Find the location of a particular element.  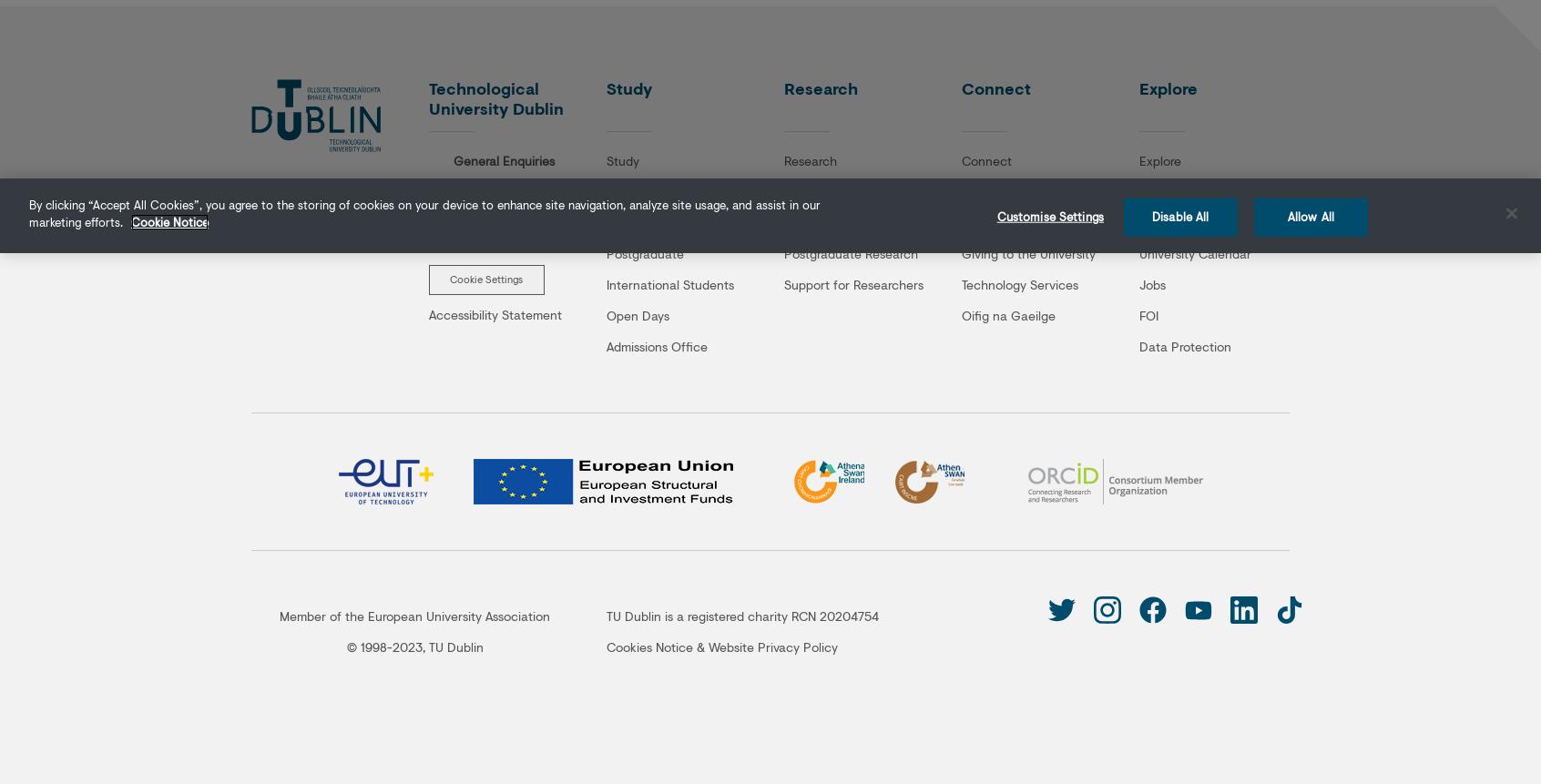

'+353 1 220 5000' is located at coordinates (454, 180).